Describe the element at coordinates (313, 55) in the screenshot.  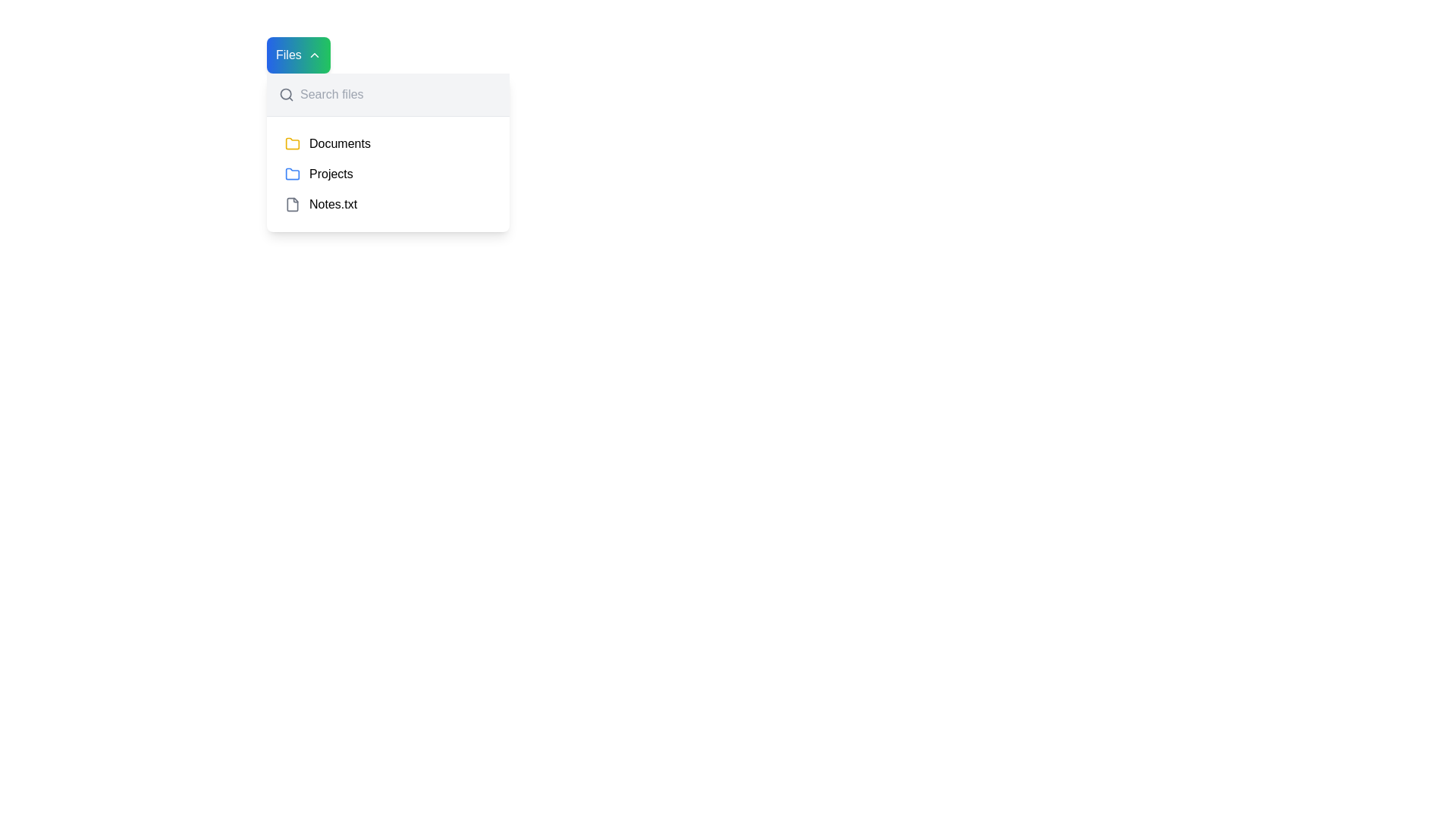
I see `the upward-facing chevron icon with a gradient-colored background that is located to the right of the 'Files' label in a button with rounded corners and shadow` at that location.